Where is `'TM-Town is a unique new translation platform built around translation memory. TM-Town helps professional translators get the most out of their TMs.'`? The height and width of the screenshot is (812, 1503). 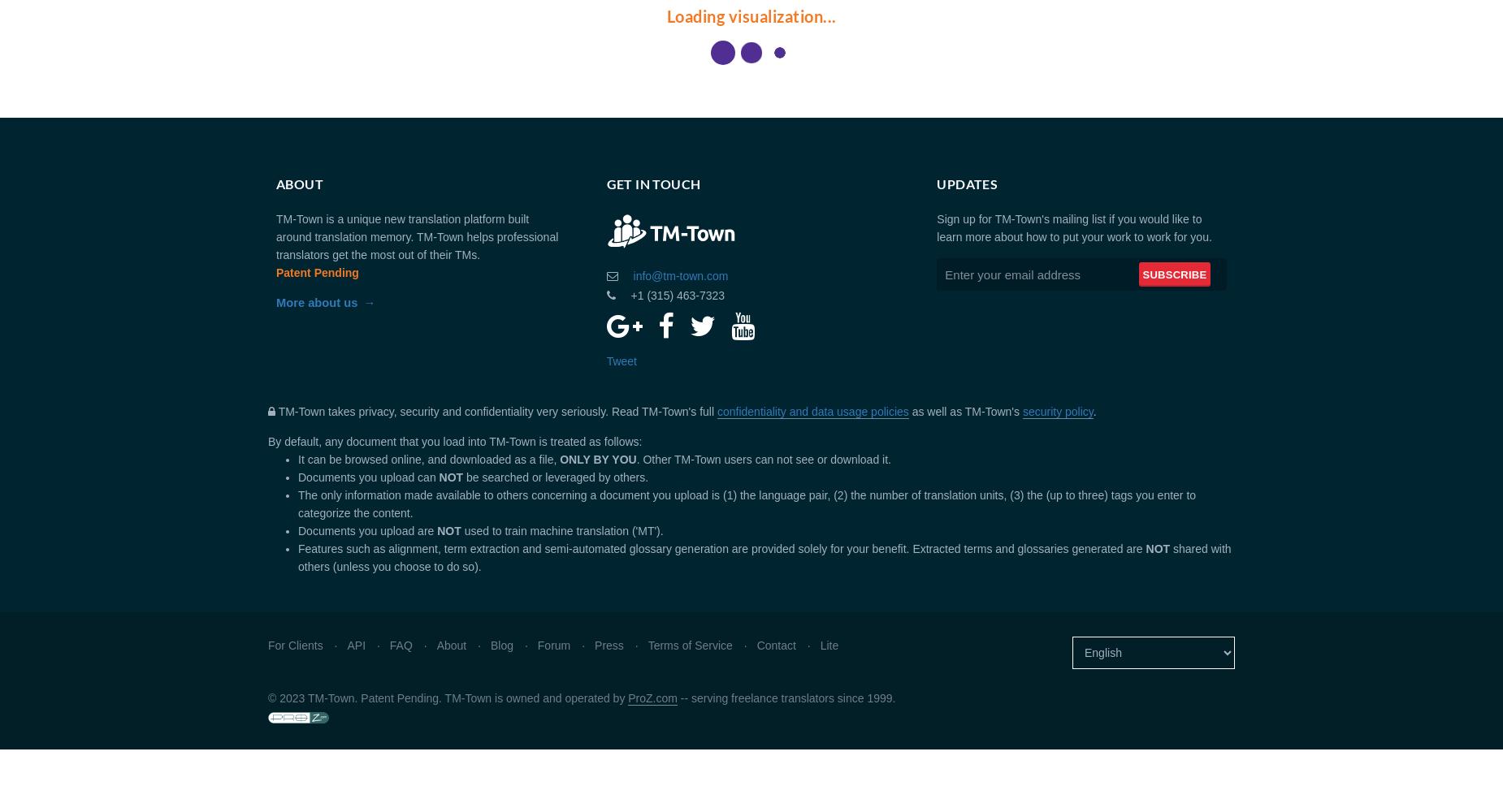 'TM-Town is a unique new translation platform built around translation memory. TM-Town helps professional translators get the most out of their TMs.' is located at coordinates (417, 237).